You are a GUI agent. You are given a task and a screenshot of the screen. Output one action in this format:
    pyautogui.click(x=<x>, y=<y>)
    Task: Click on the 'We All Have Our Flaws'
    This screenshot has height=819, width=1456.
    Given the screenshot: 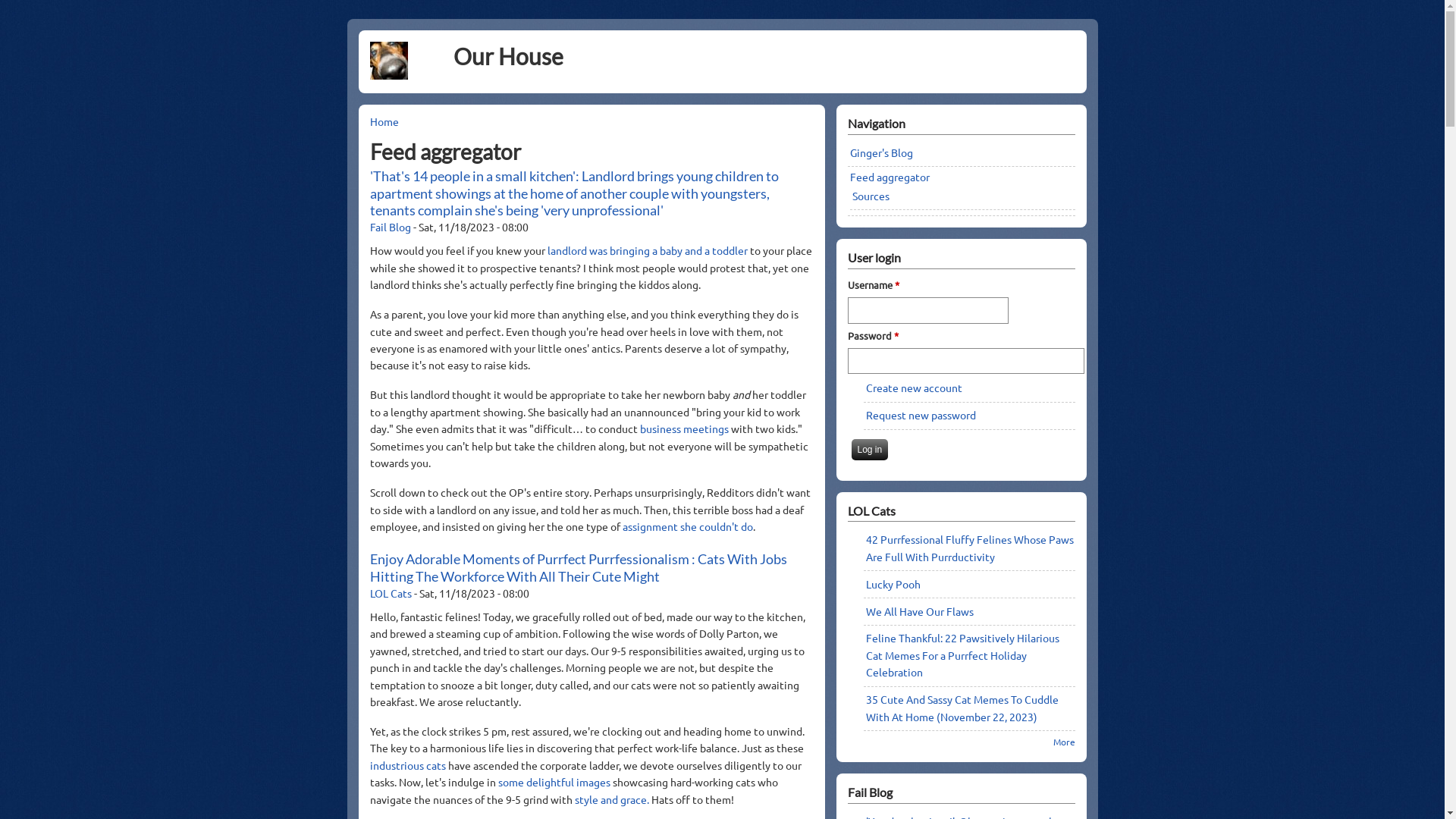 What is the action you would take?
    pyautogui.click(x=919, y=610)
    